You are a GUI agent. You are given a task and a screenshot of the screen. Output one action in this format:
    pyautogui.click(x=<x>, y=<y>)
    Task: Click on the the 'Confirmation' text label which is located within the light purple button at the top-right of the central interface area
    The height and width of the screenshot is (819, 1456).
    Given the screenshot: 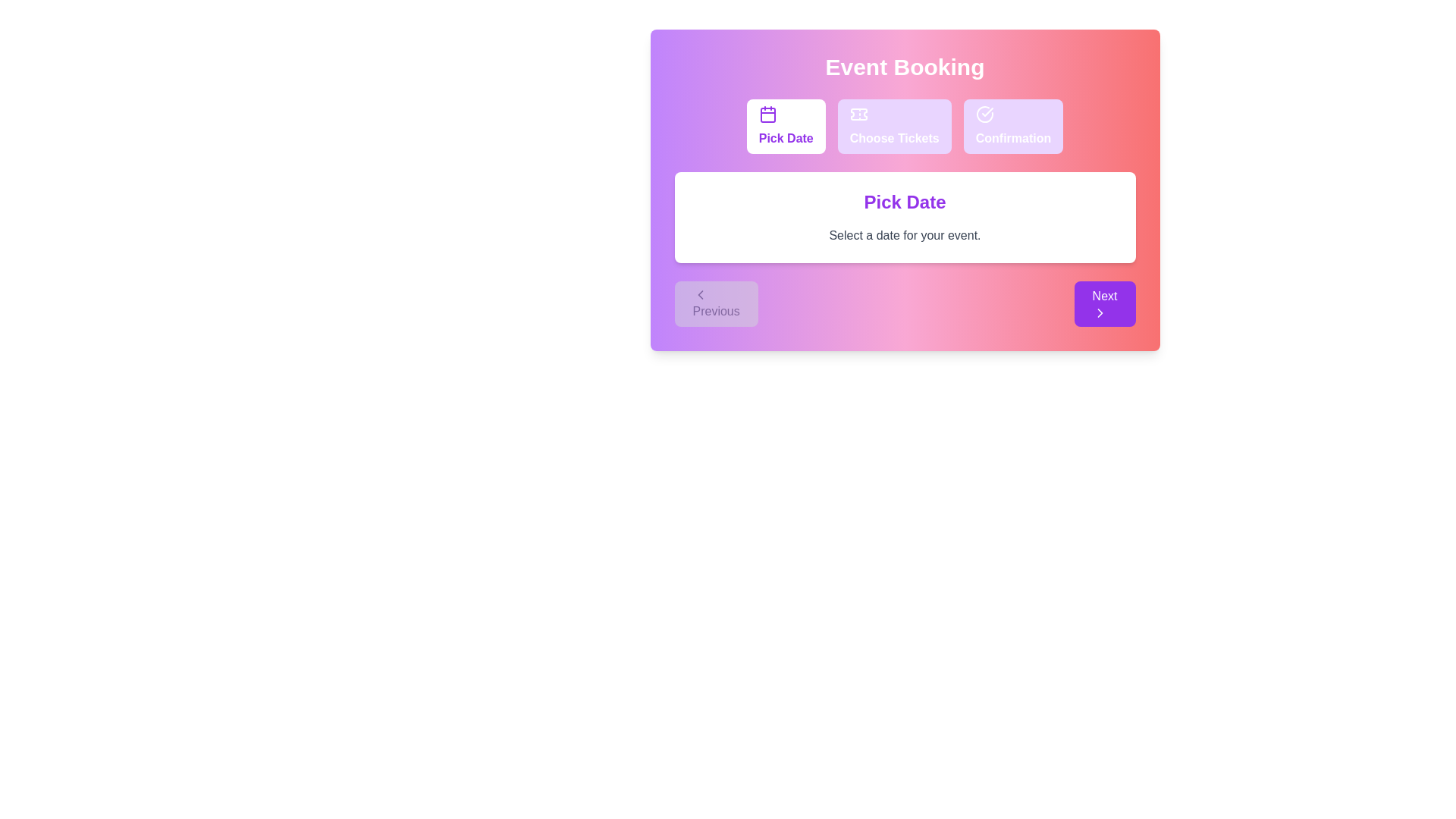 What is the action you would take?
    pyautogui.click(x=1013, y=138)
    